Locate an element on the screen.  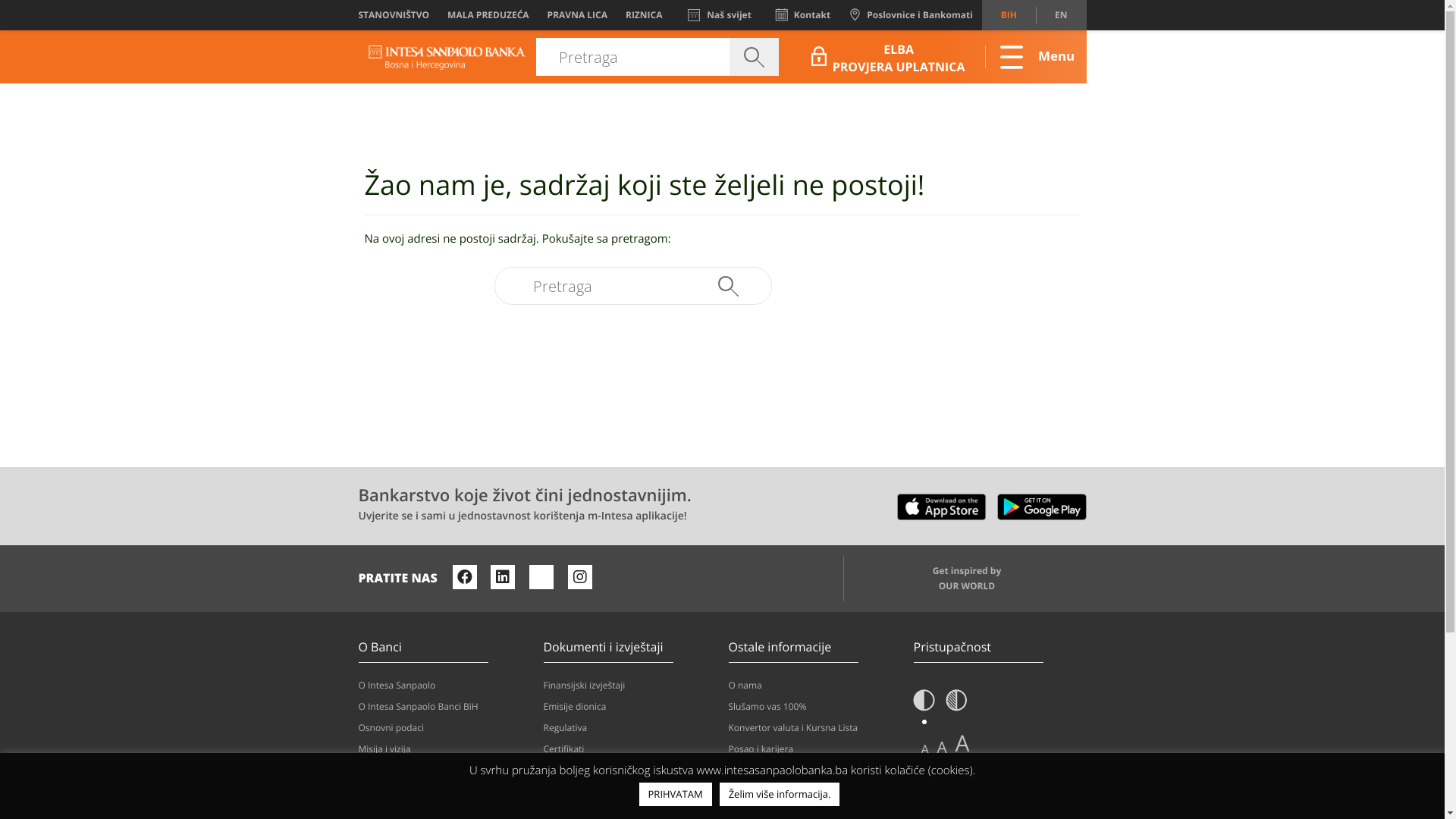
'High Contrast' is located at coordinates (956, 704).